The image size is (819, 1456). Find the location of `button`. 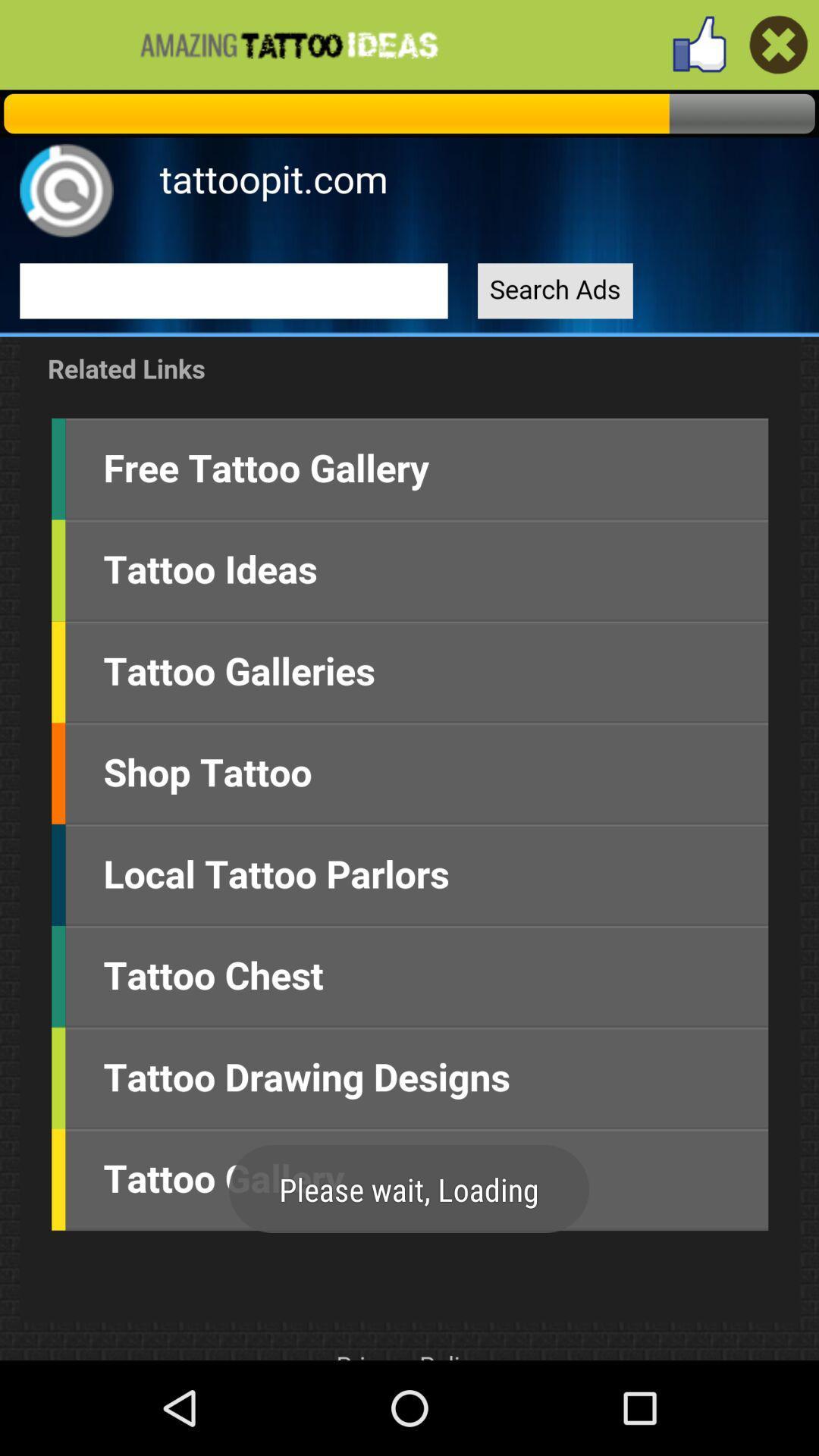

button is located at coordinates (779, 44).